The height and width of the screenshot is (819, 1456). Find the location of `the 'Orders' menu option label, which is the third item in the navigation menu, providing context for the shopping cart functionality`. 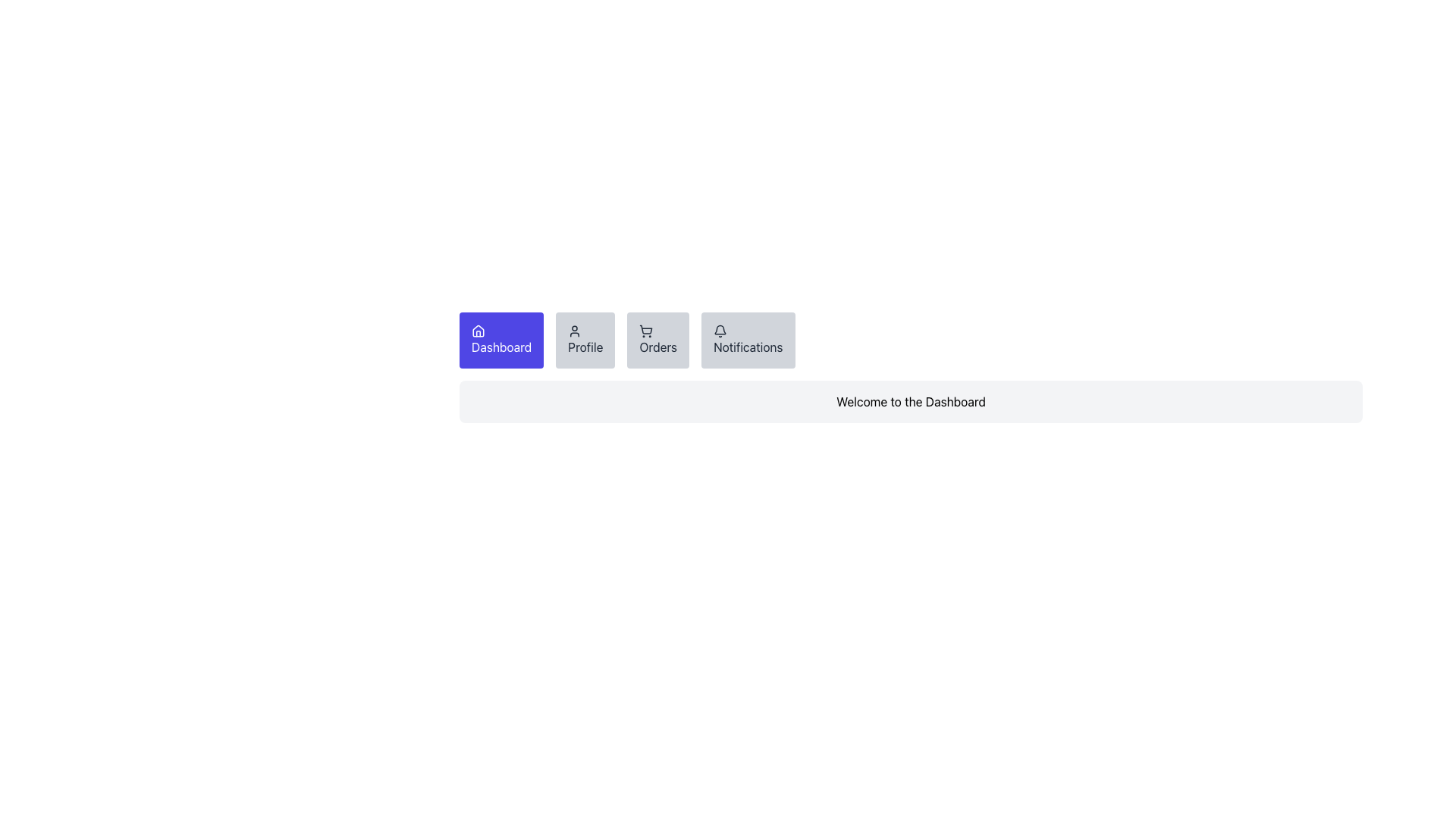

the 'Orders' menu option label, which is the third item in the navigation menu, providing context for the shopping cart functionality is located at coordinates (658, 347).